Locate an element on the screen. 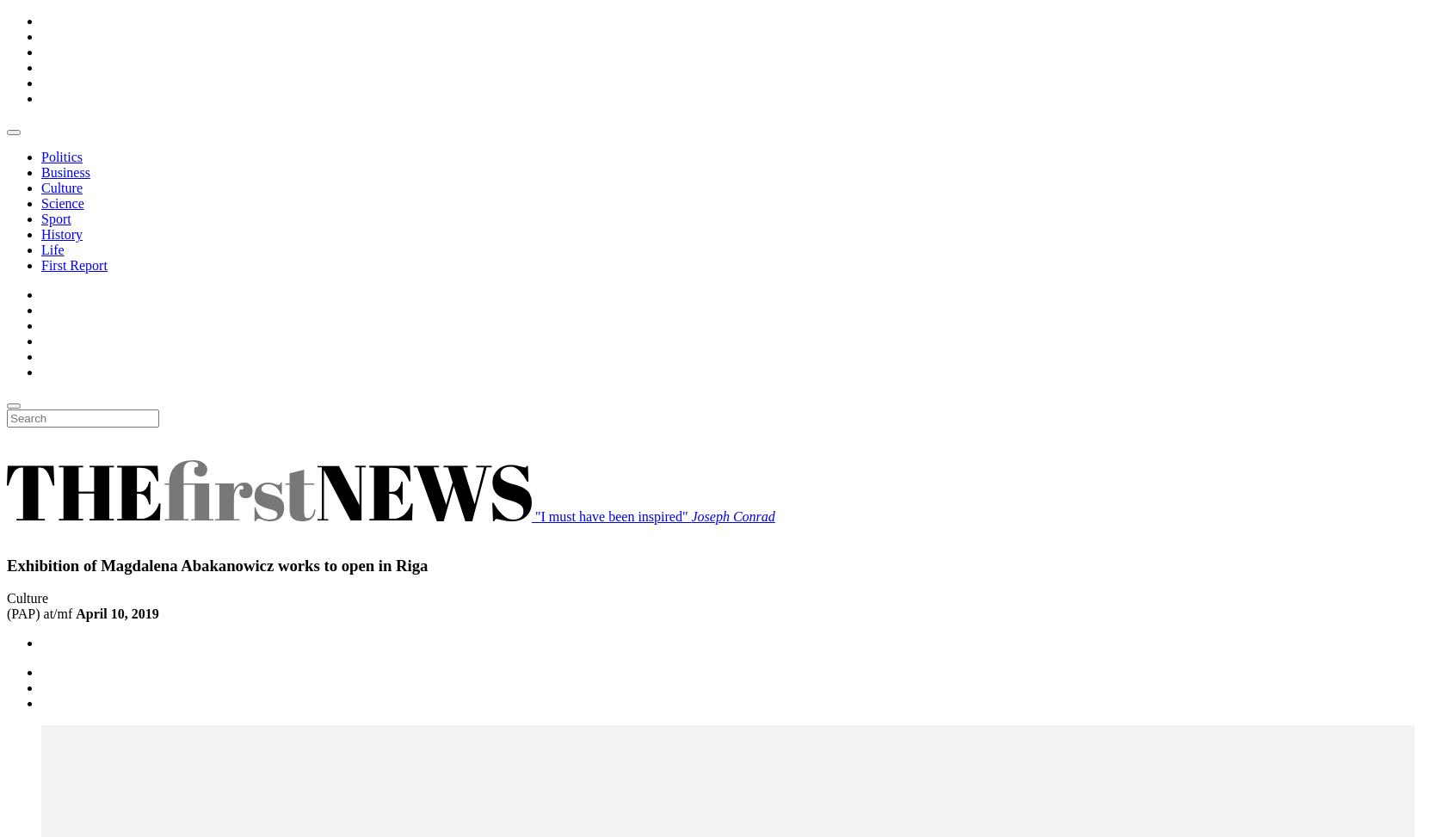  'Joseph Conrad' is located at coordinates (731, 515).